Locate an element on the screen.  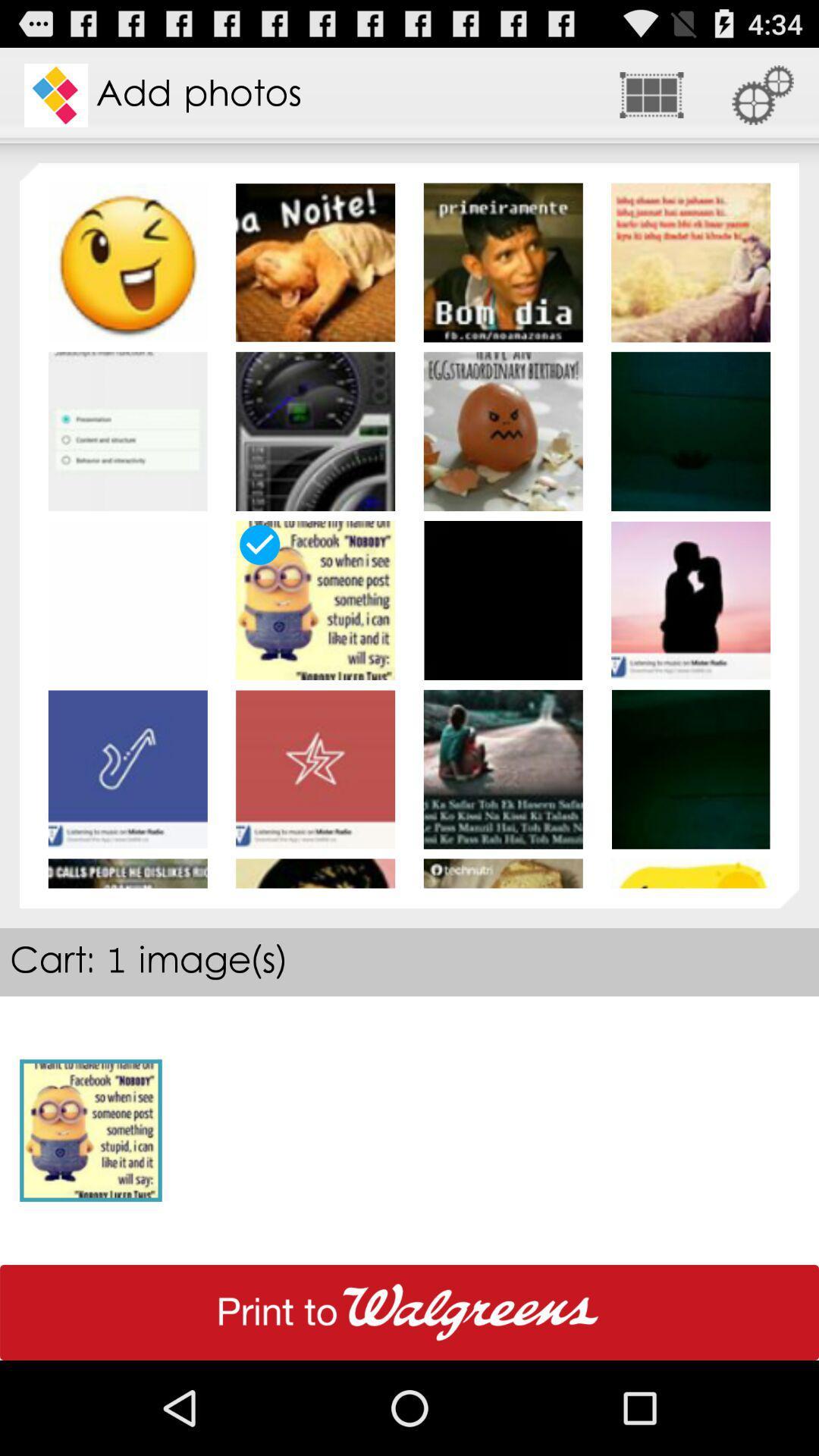
the symbol star in the fourth row second column is located at coordinates (315, 769).